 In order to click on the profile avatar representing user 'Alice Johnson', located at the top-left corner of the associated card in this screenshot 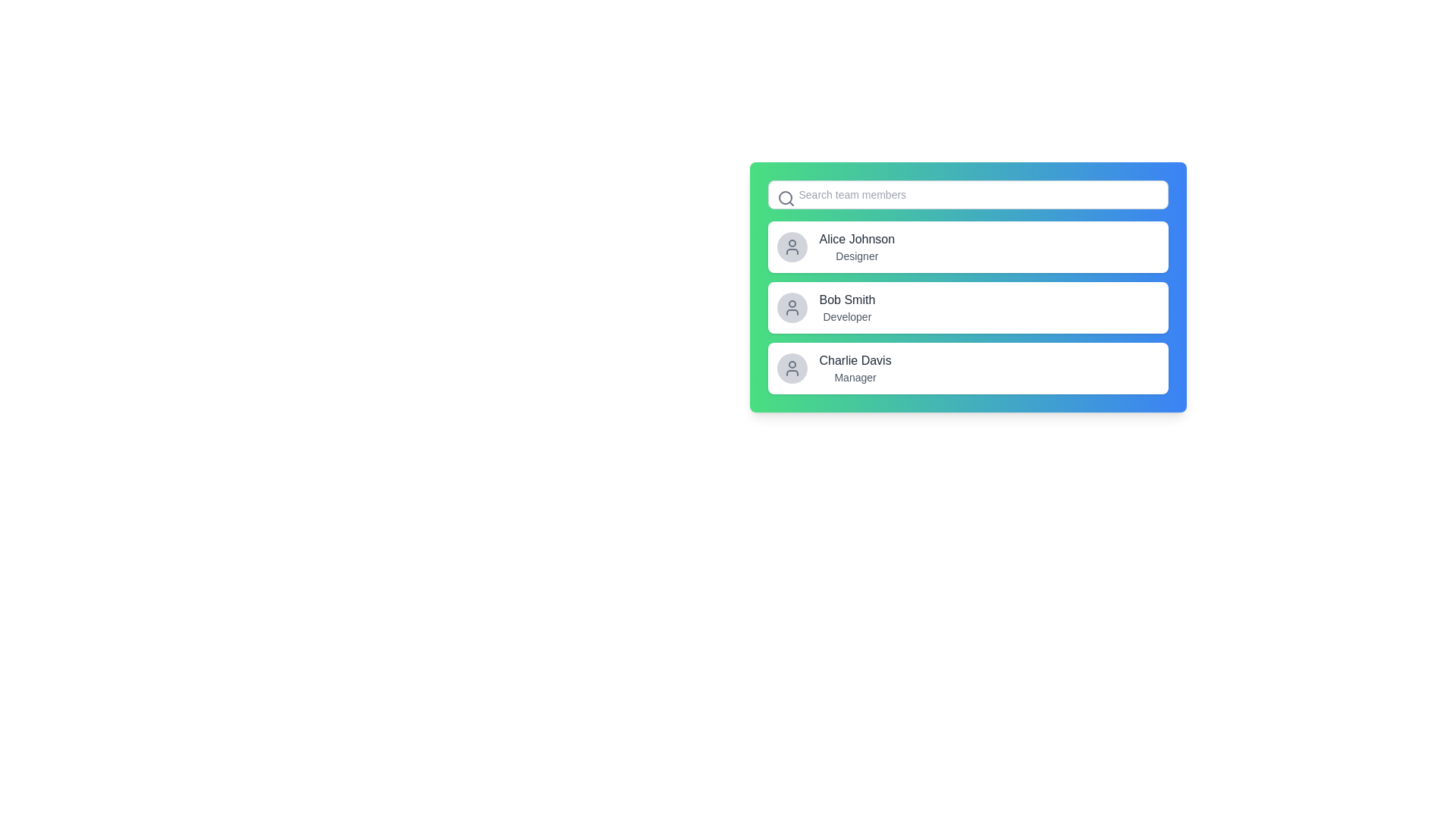, I will do `click(791, 246)`.